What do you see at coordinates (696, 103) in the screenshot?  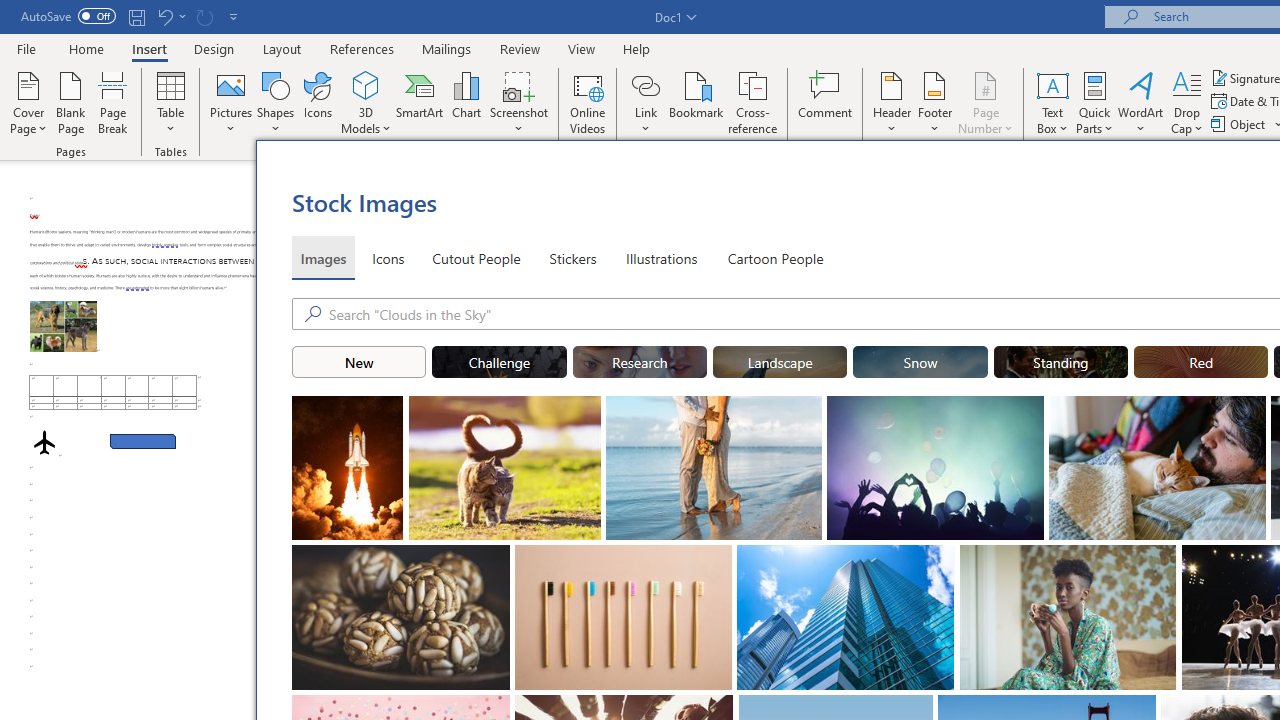 I see `'Bookmark...'` at bounding box center [696, 103].